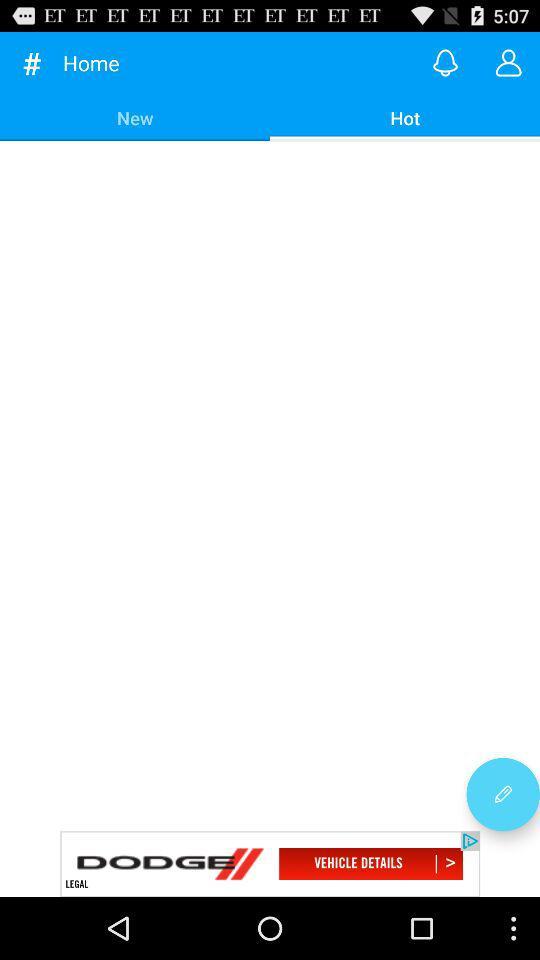 The image size is (540, 960). I want to click on click the profile option, so click(508, 62).